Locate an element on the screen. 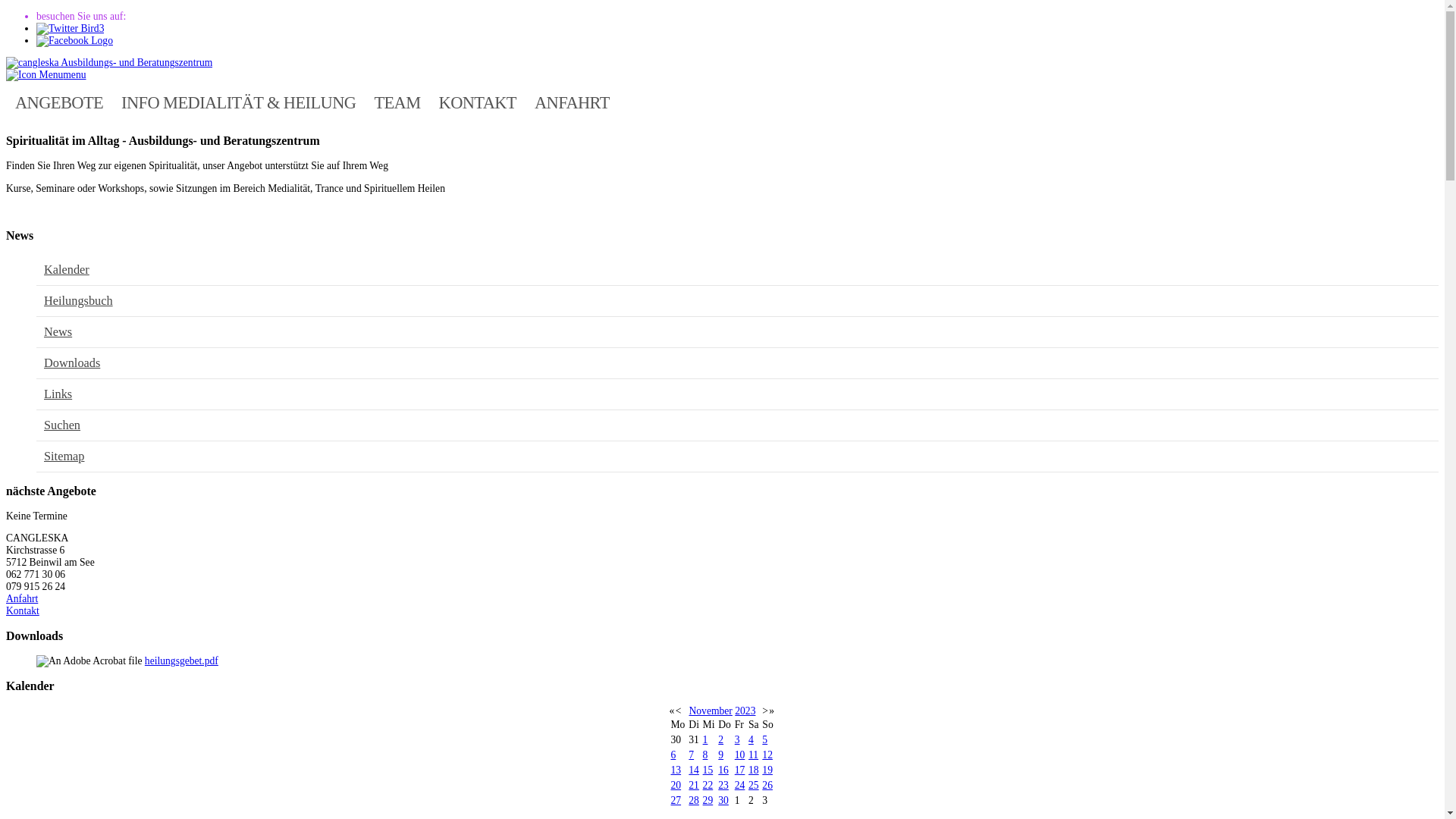 Image resolution: width=1456 pixels, height=819 pixels. 'heilungsgebet.pdf' is located at coordinates (181, 660).